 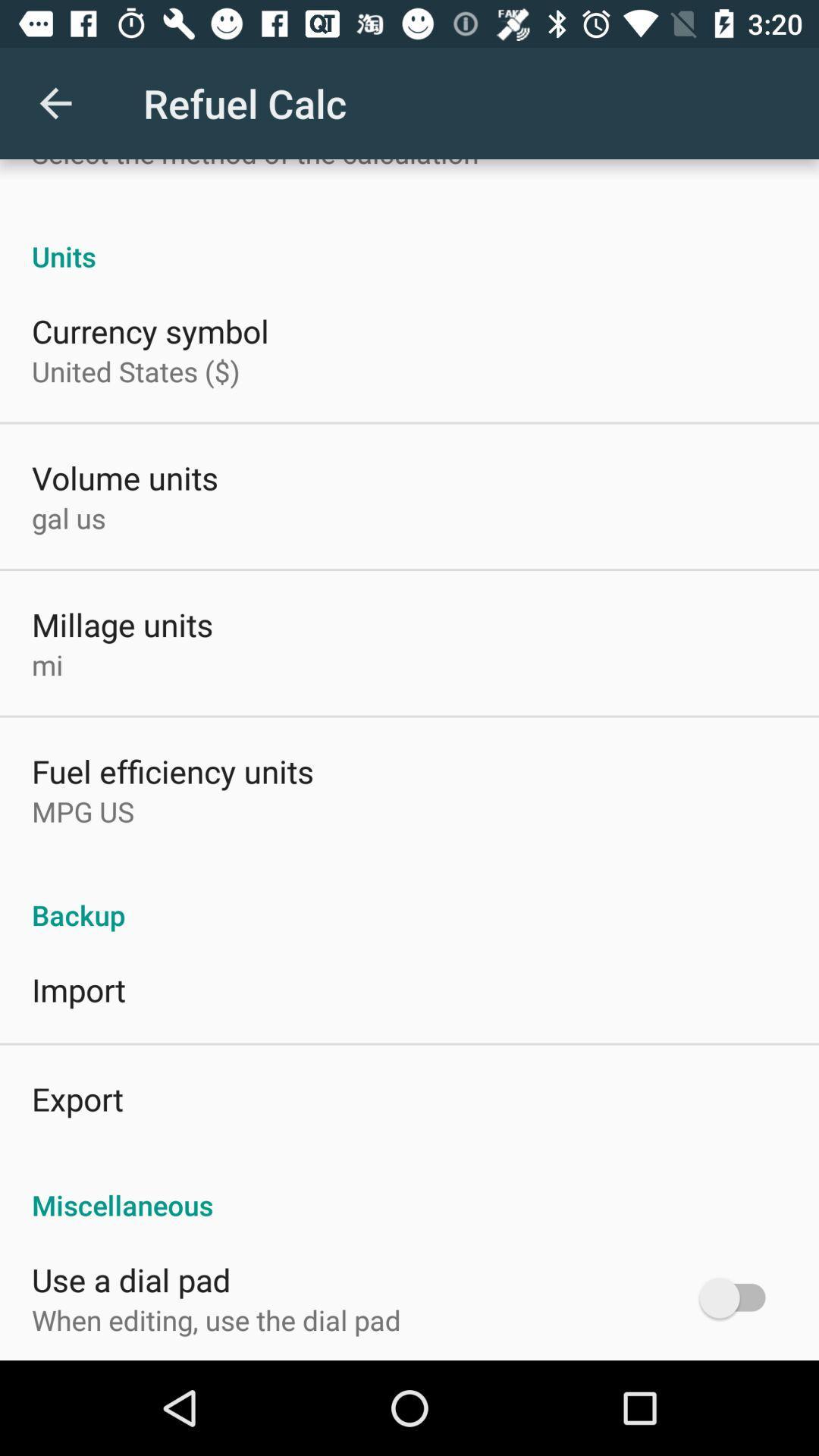 What do you see at coordinates (739, 1297) in the screenshot?
I see `item below miscellaneous icon` at bounding box center [739, 1297].